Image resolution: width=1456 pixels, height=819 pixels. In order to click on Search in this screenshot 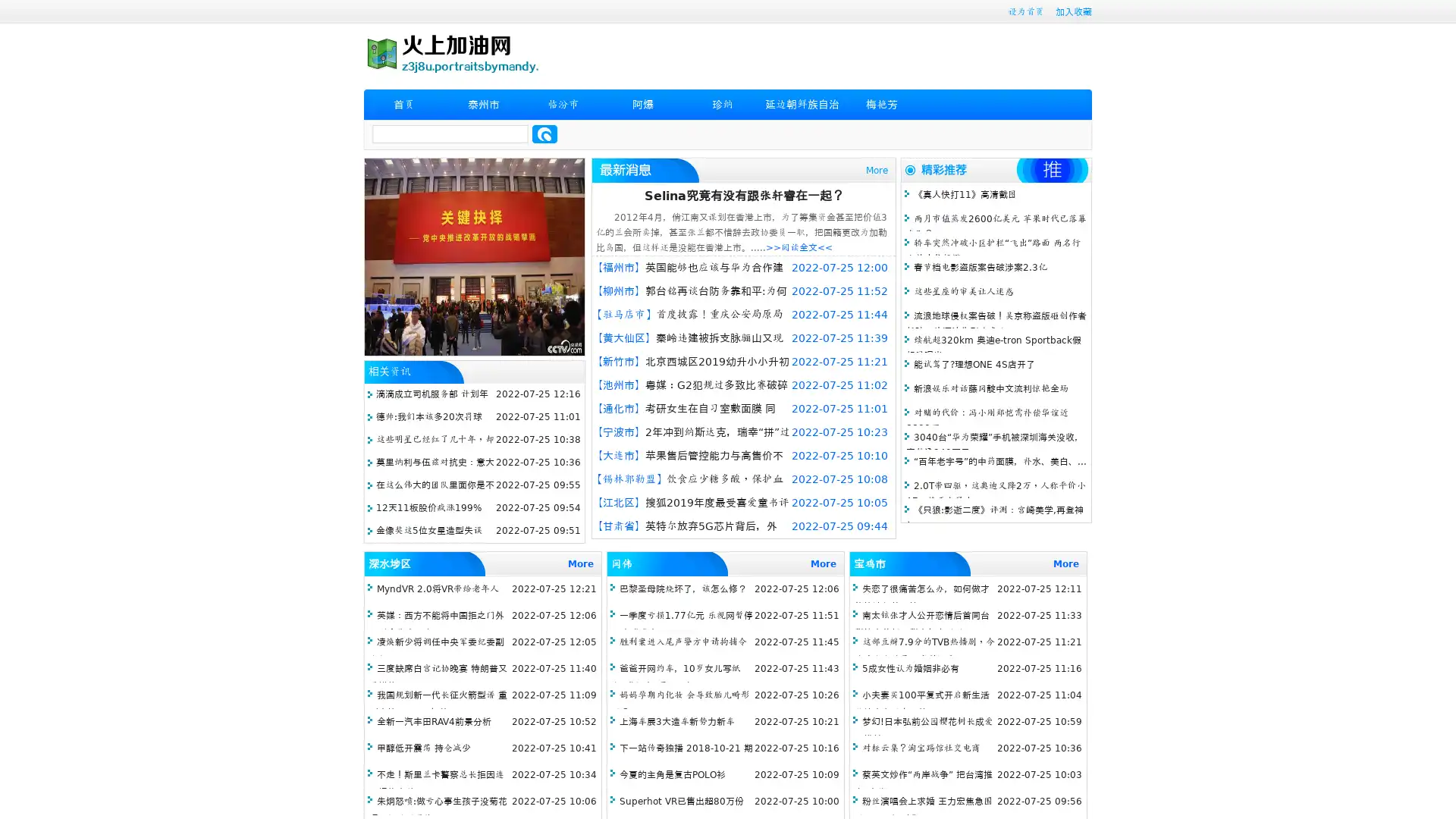, I will do `click(544, 133)`.